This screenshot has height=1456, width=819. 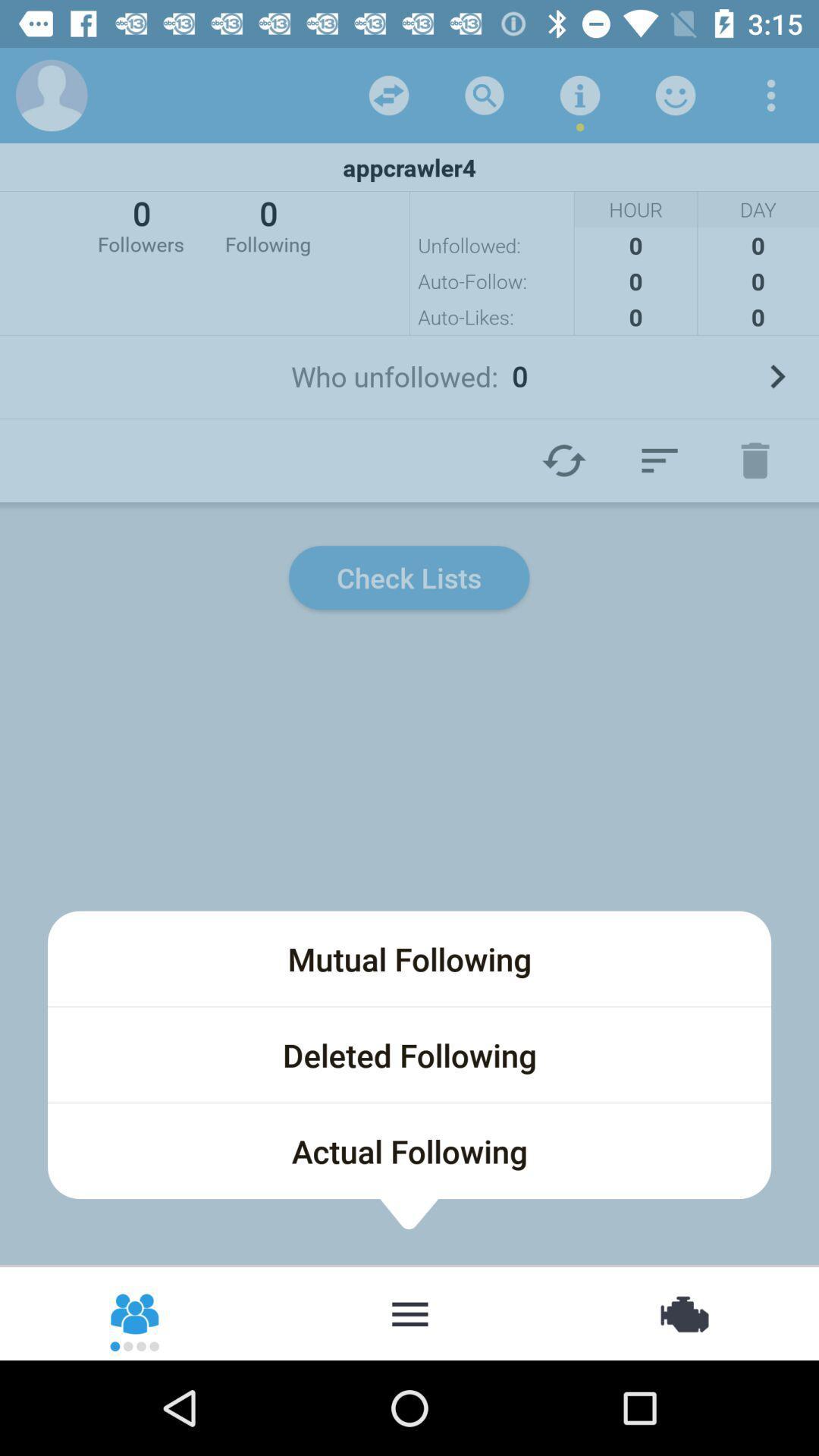 What do you see at coordinates (135, 1312) in the screenshot?
I see `friends list` at bounding box center [135, 1312].